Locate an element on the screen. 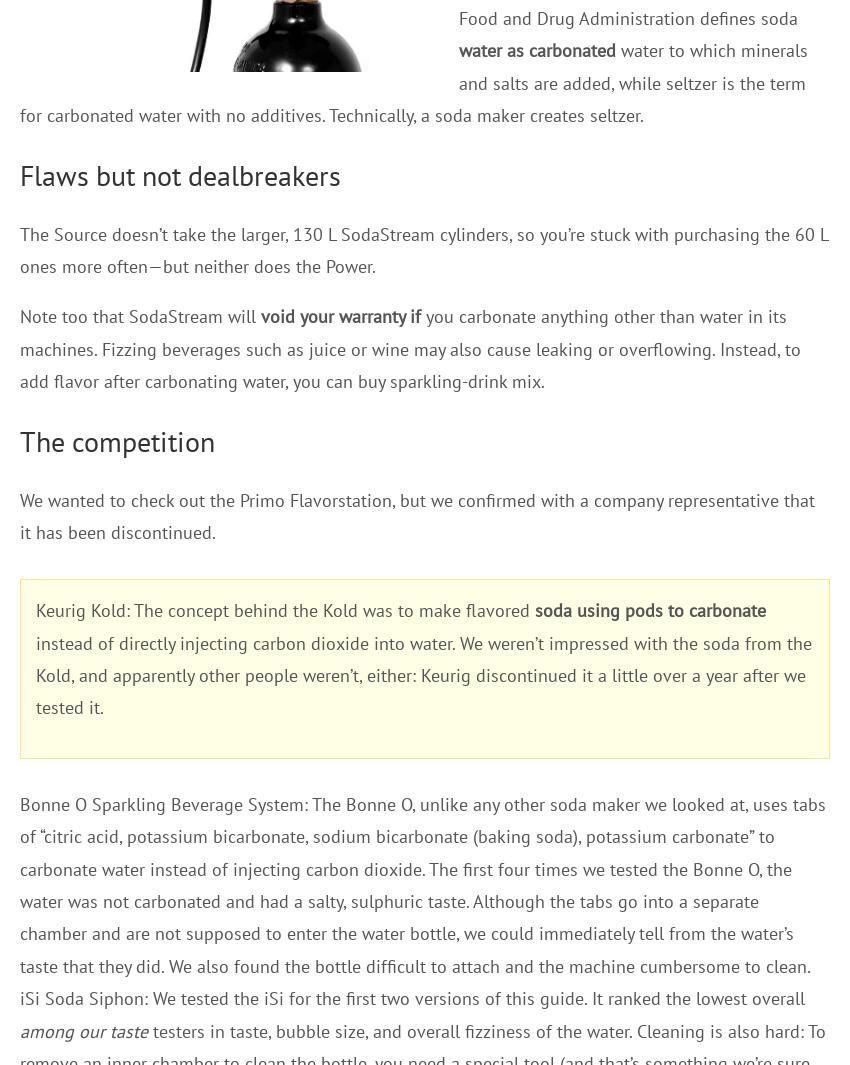  'The Source doesn’t take the larger, 130 L SodaStream cylinders, so you’re stuck with purchasing the 60 L ones more often—but neither does the Power.' is located at coordinates (423, 248).